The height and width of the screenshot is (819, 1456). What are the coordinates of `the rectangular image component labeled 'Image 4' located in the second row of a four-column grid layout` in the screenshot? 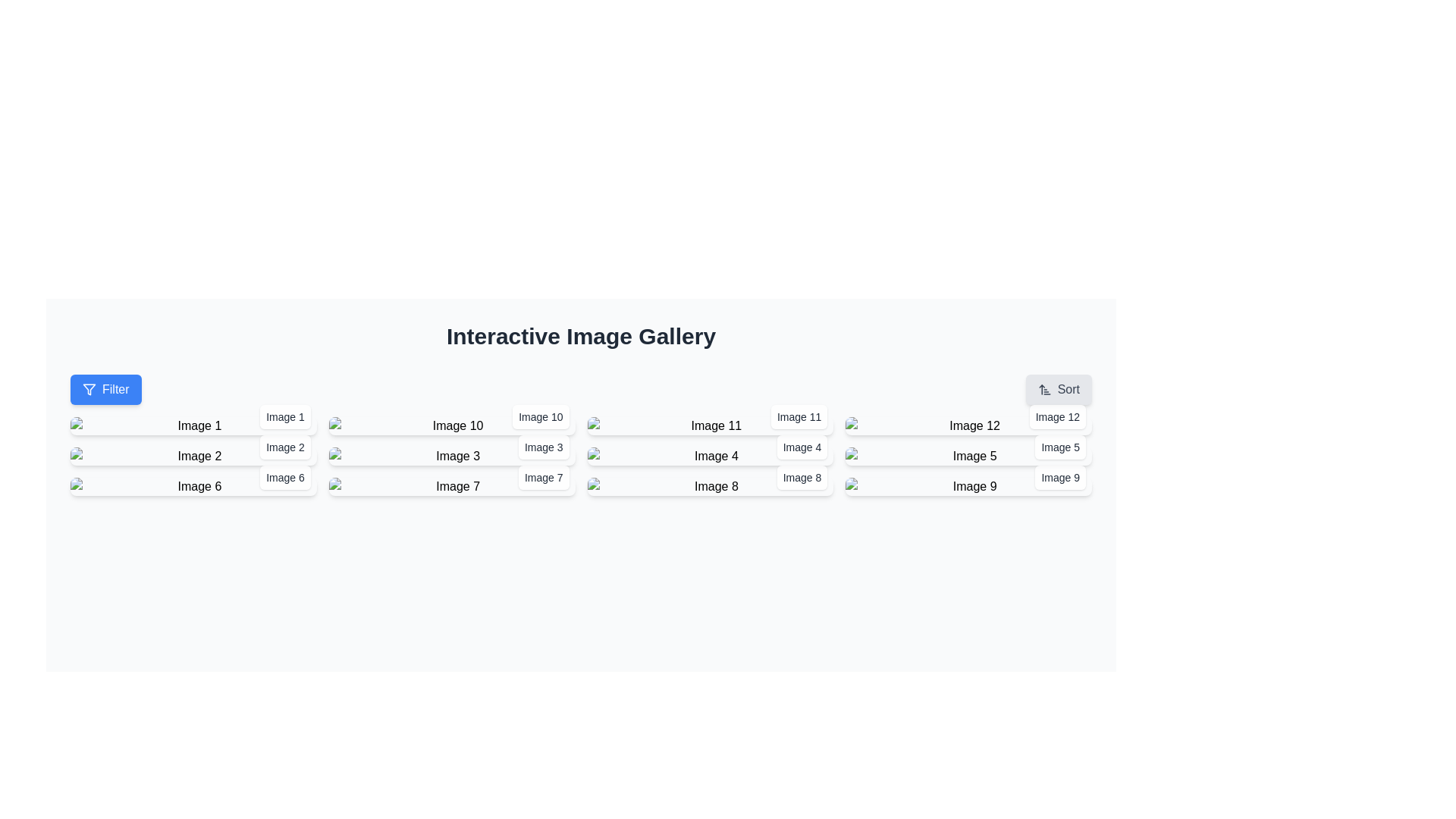 It's located at (709, 455).